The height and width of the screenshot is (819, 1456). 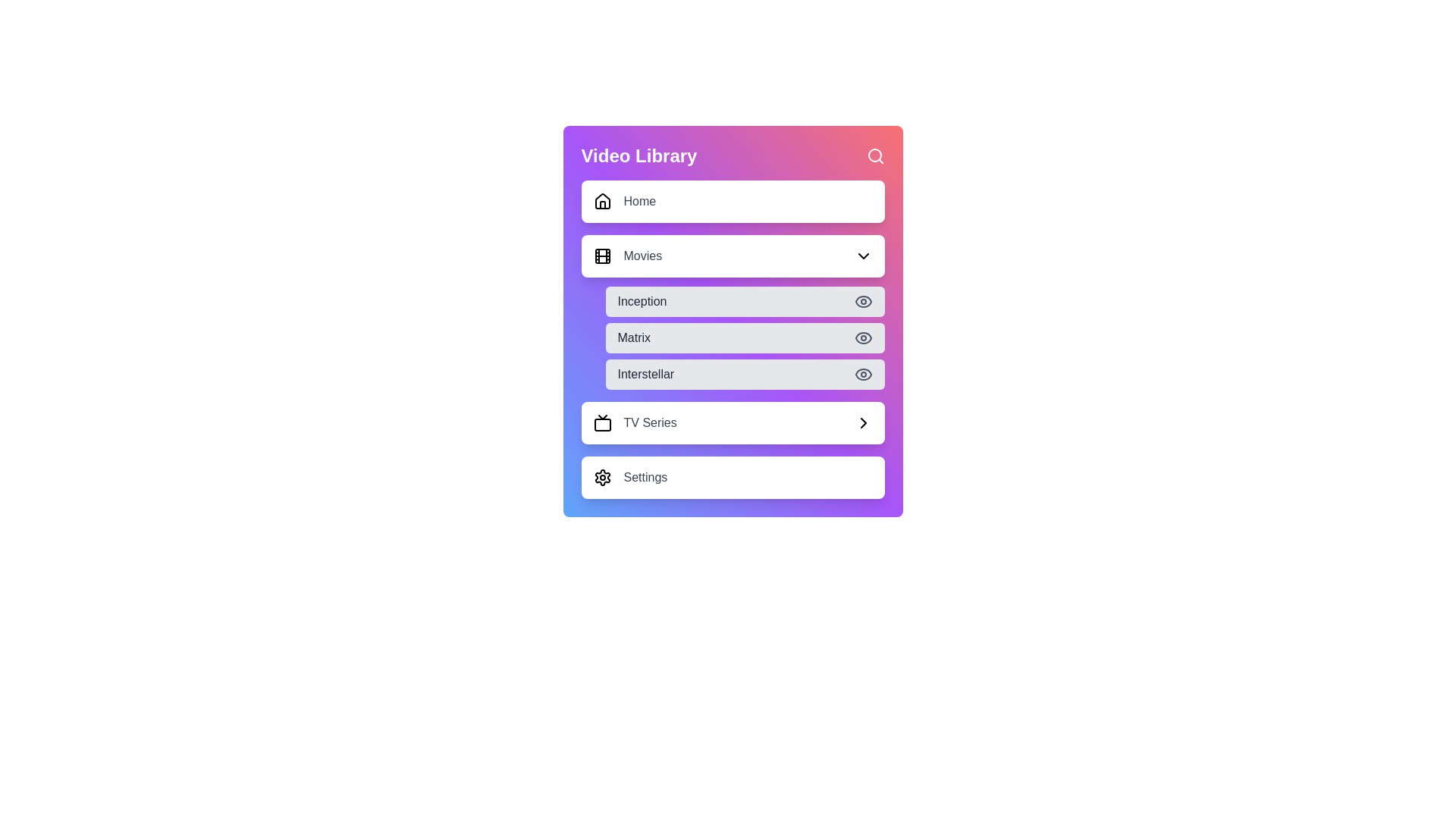 I want to click on the eye-shaped icon associated with the visibility feature located to the right of the 'Matrix' label in the 'Movies' section, so click(x=863, y=374).